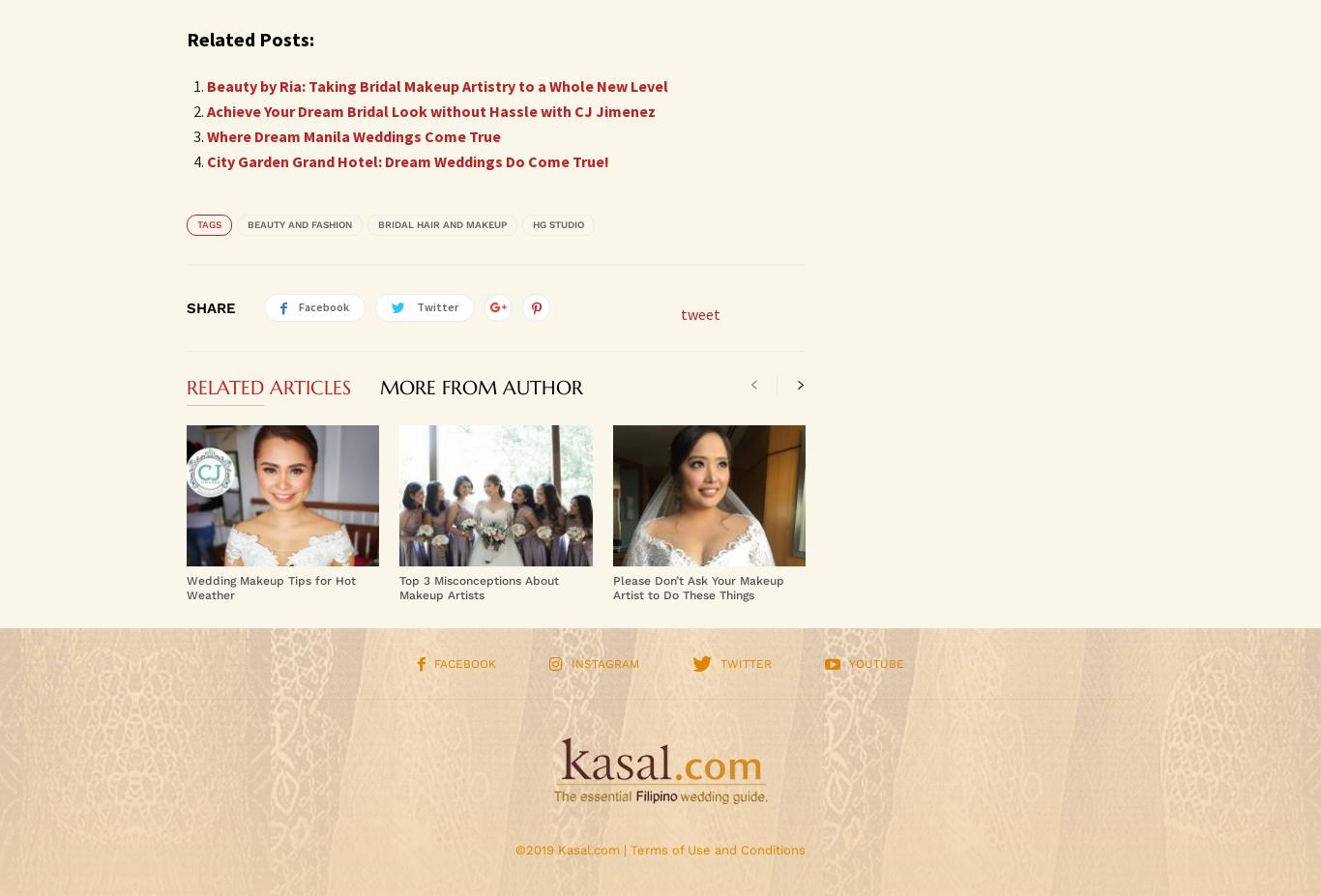  Describe the element at coordinates (268, 387) in the screenshot. I see `'RELATED ARTICLES'` at that location.